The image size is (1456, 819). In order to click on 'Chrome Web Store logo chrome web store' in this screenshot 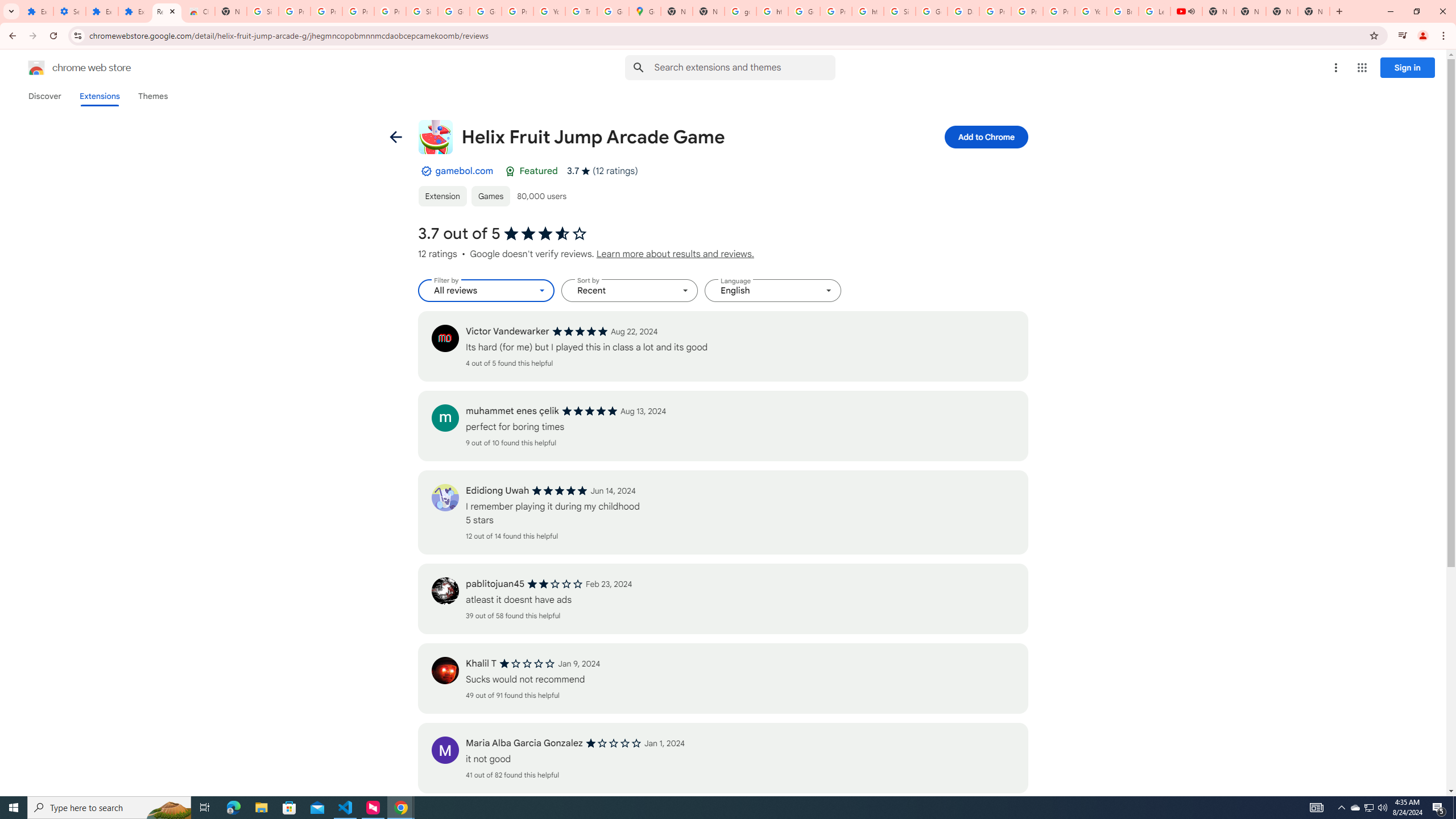, I will do `click(67, 67)`.